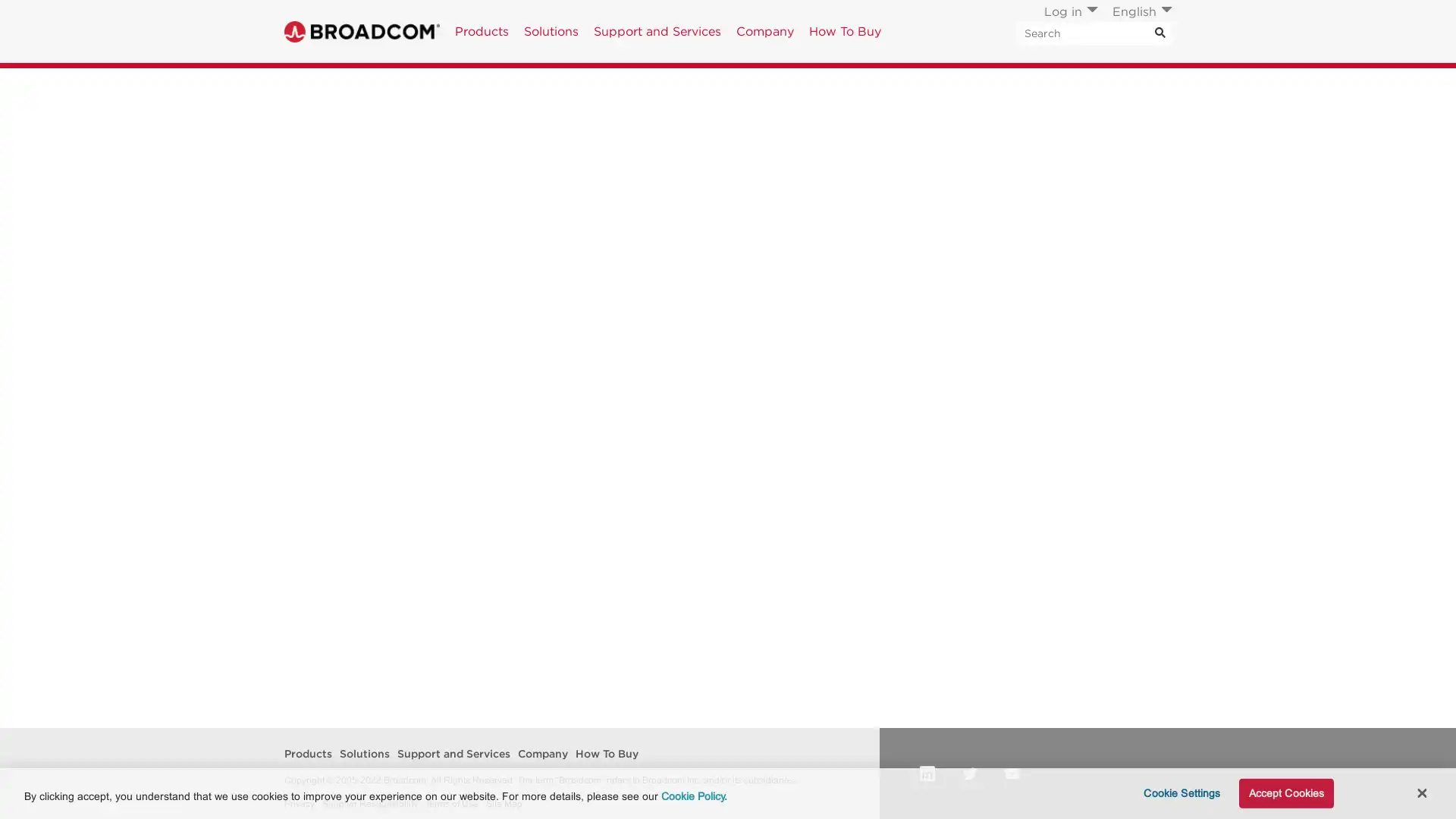 This screenshot has height=819, width=1456. What do you see at coordinates (1159, 33) in the screenshot?
I see `Search` at bounding box center [1159, 33].